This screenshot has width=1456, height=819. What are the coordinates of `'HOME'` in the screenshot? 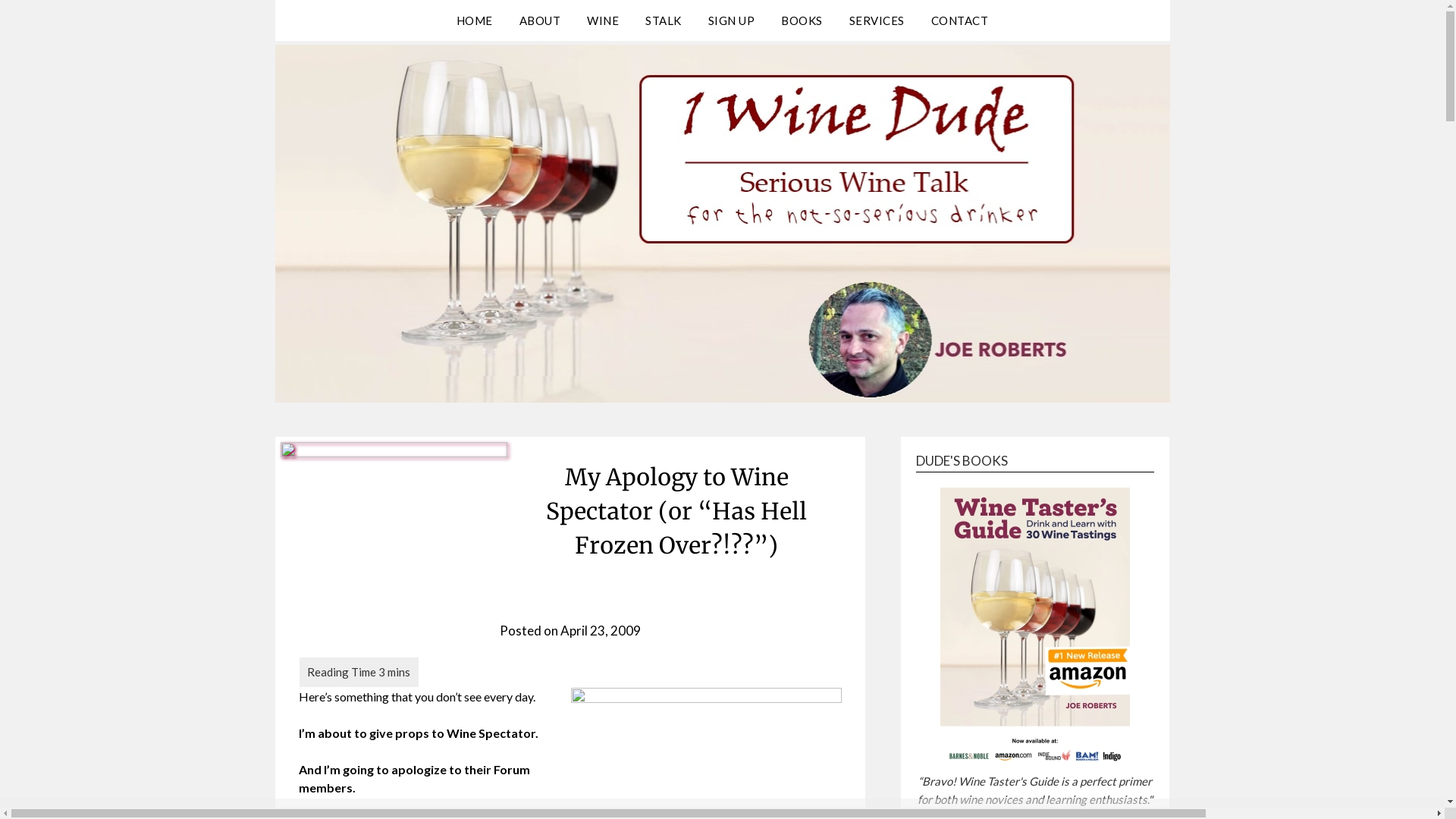 It's located at (473, 20).